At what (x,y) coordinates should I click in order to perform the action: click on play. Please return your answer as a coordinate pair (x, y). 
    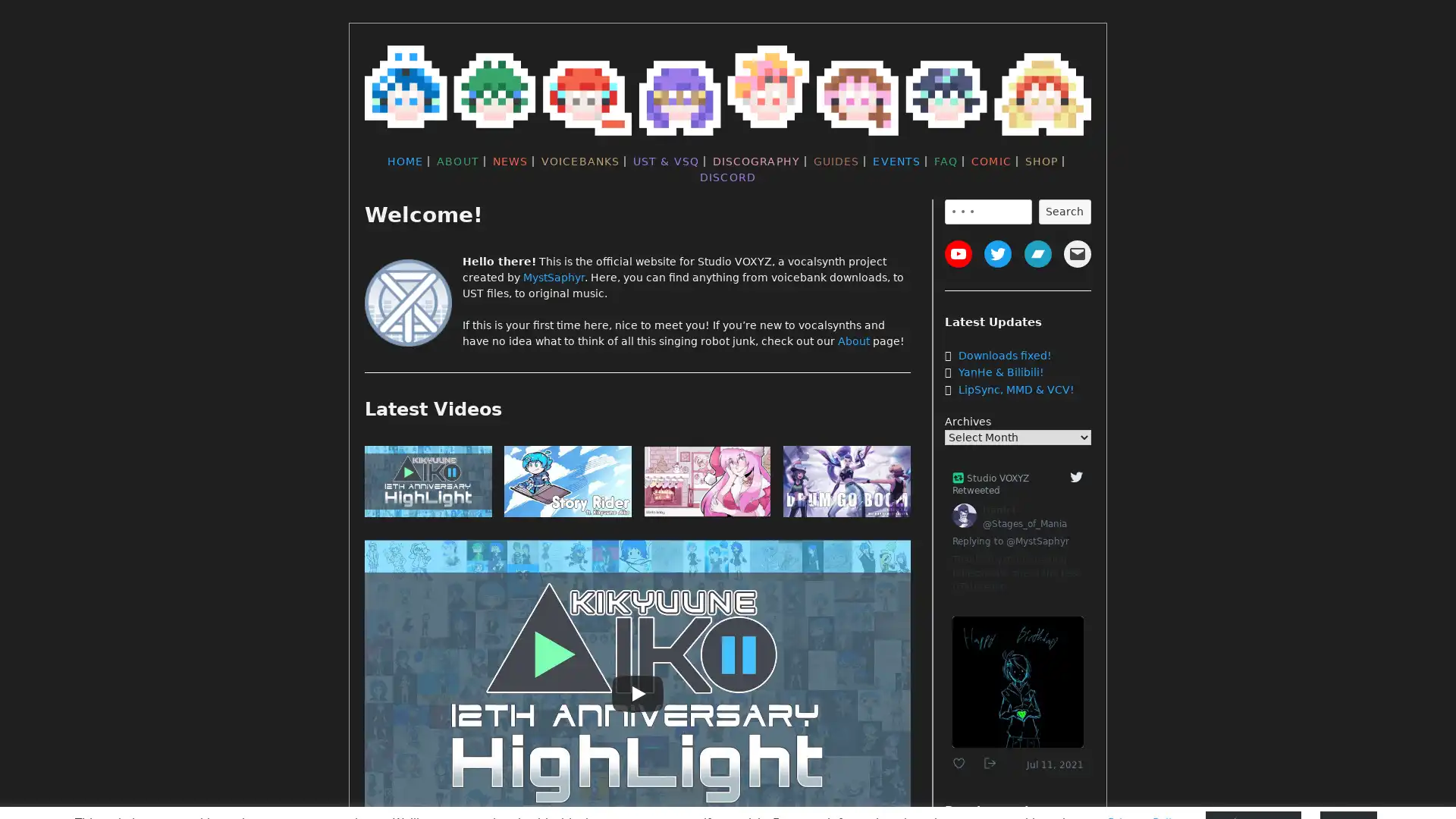
    Looking at the image, I should click on (846, 485).